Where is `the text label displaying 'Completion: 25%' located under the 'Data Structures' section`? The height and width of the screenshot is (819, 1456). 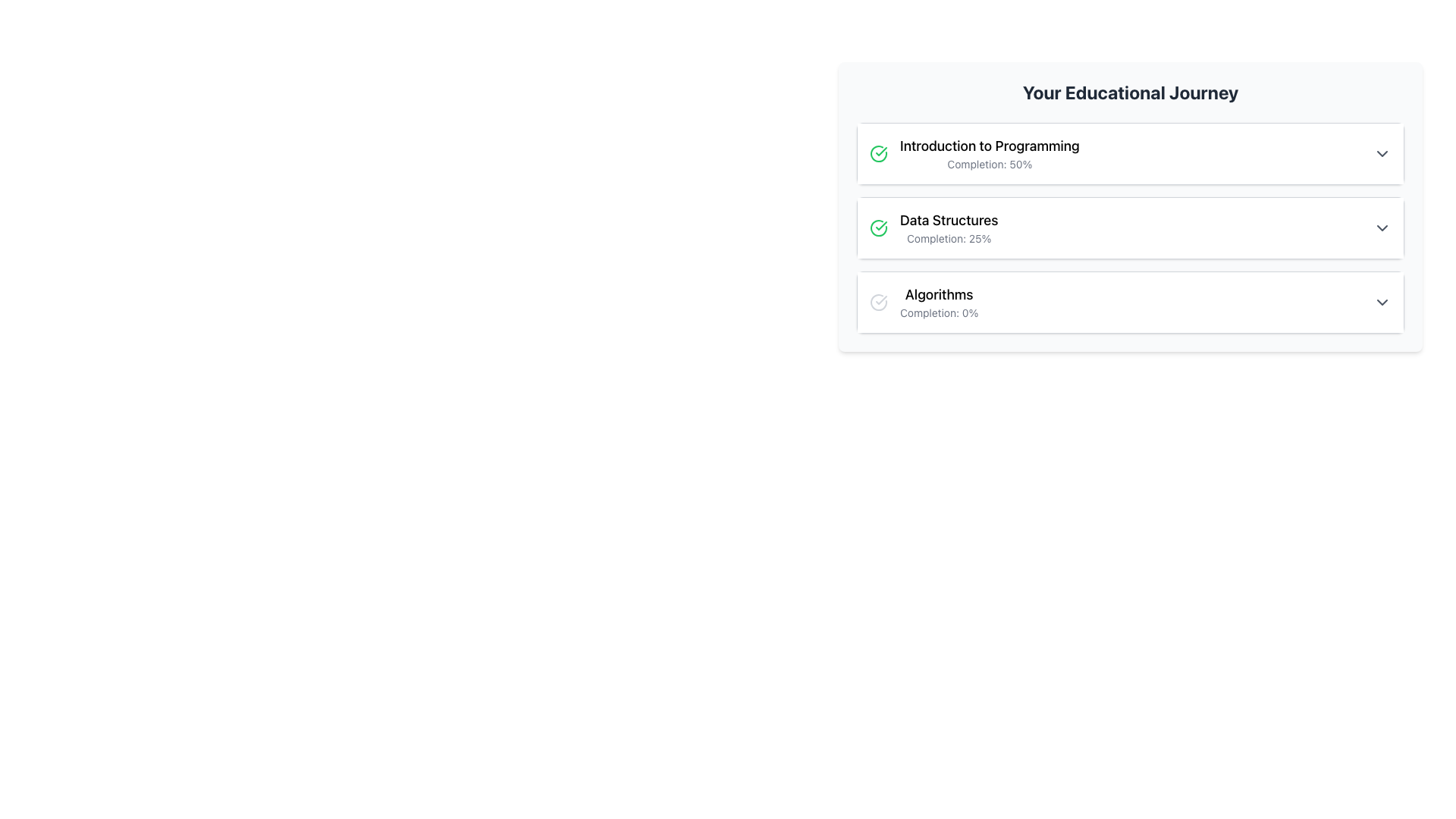 the text label displaying 'Completion: 25%' located under the 'Data Structures' section is located at coordinates (948, 239).